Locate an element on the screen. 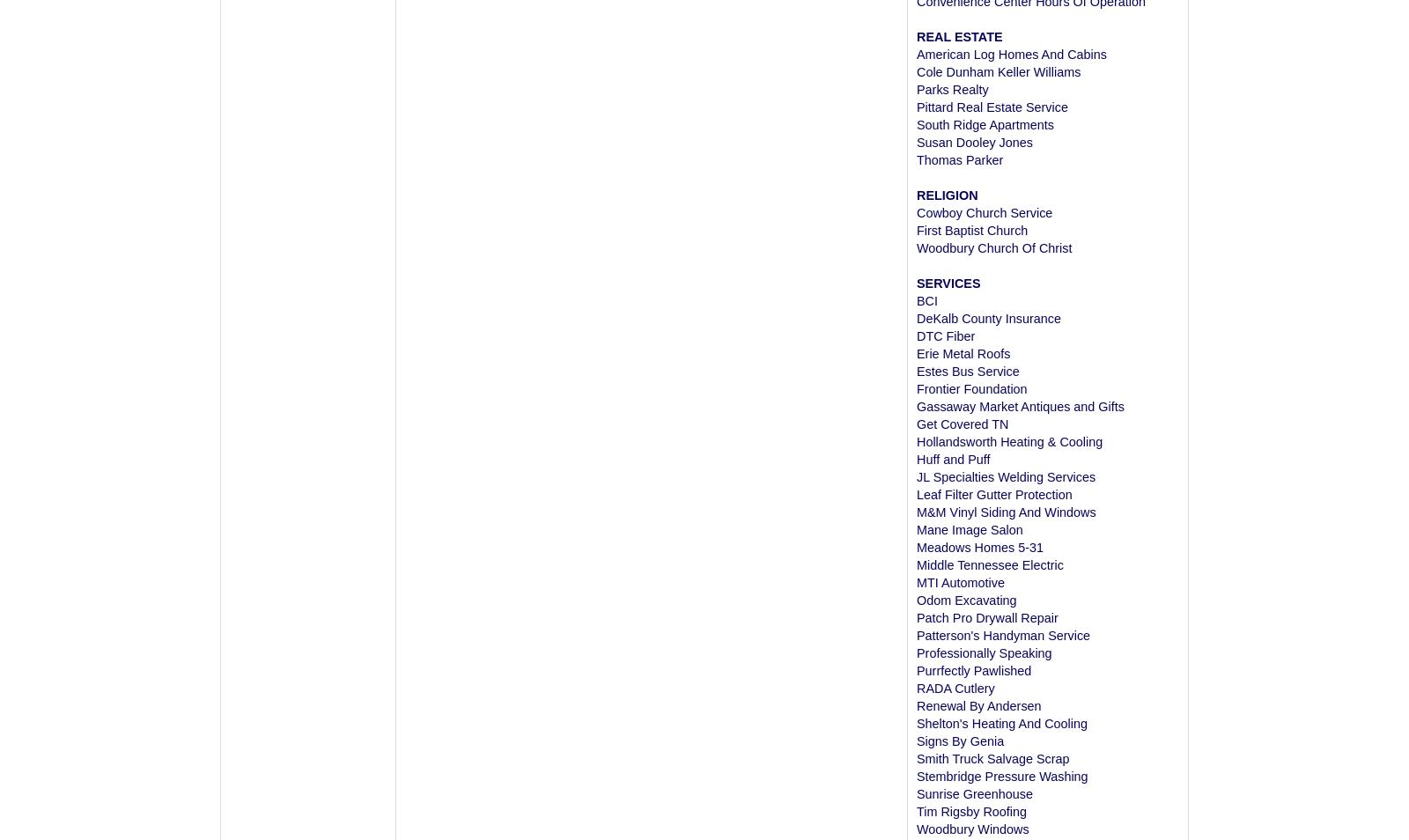 The width and height of the screenshot is (1409, 840). 'Thomas Parker' is located at coordinates (960, 159).